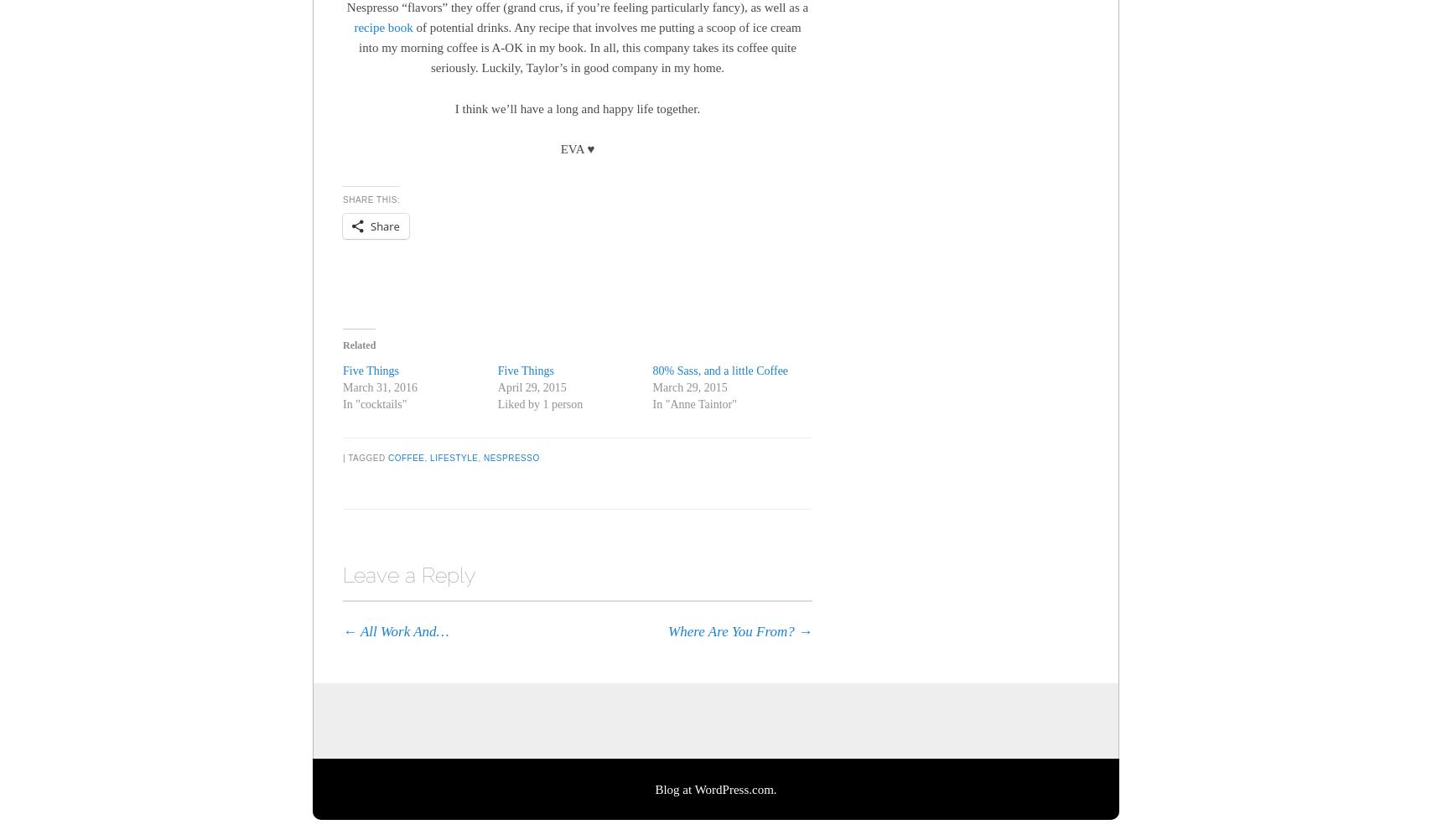 The height and width of the screenshot is (840, 1432). Describe the element at coordinates (733, 630) in the screenshot. I see `'Where Are You From?'` at that location.